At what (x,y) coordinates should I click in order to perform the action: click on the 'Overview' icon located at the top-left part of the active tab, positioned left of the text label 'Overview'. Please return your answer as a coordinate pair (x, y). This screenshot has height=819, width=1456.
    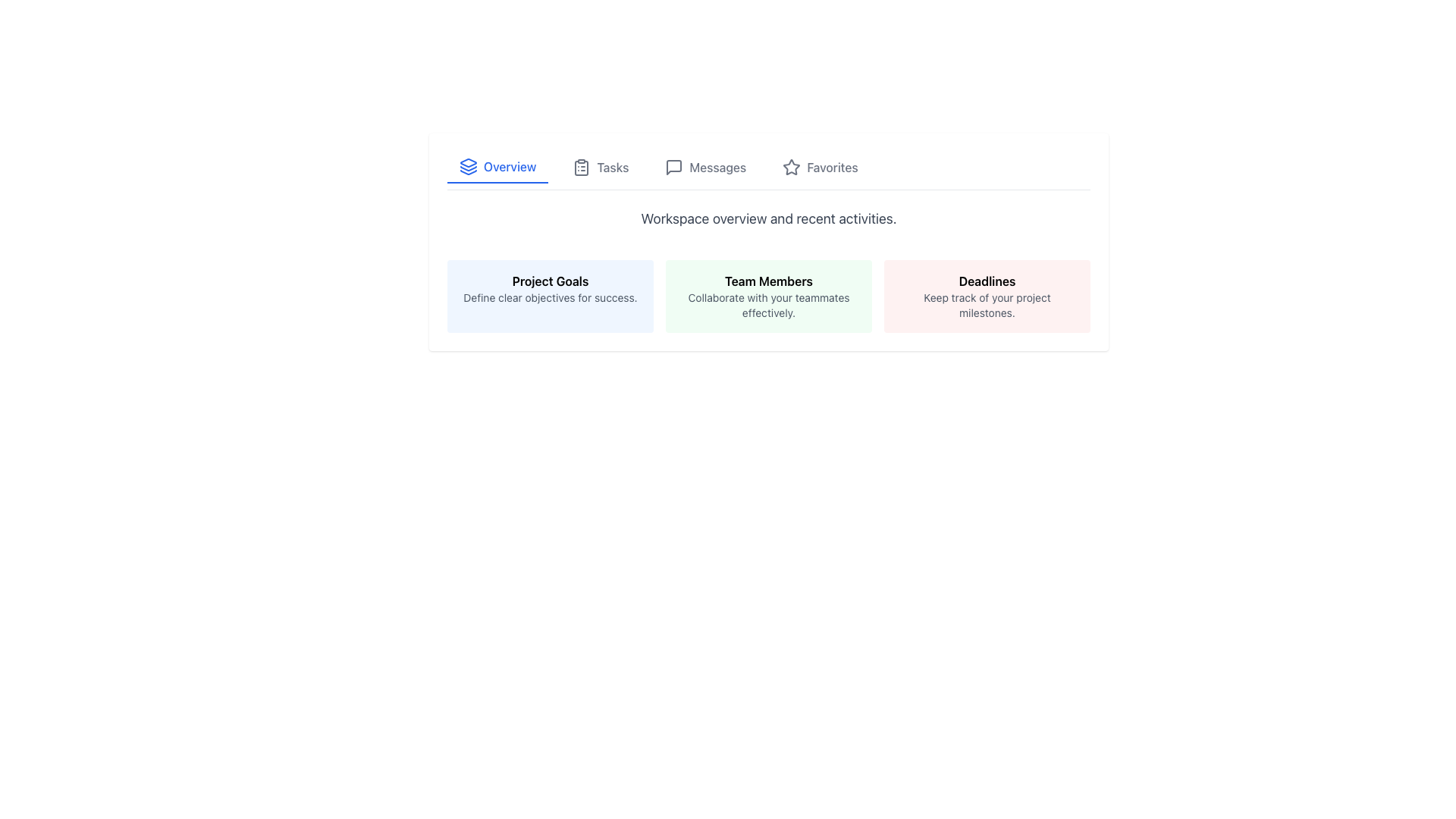
    Looking at the image, I should click on (468, 166).